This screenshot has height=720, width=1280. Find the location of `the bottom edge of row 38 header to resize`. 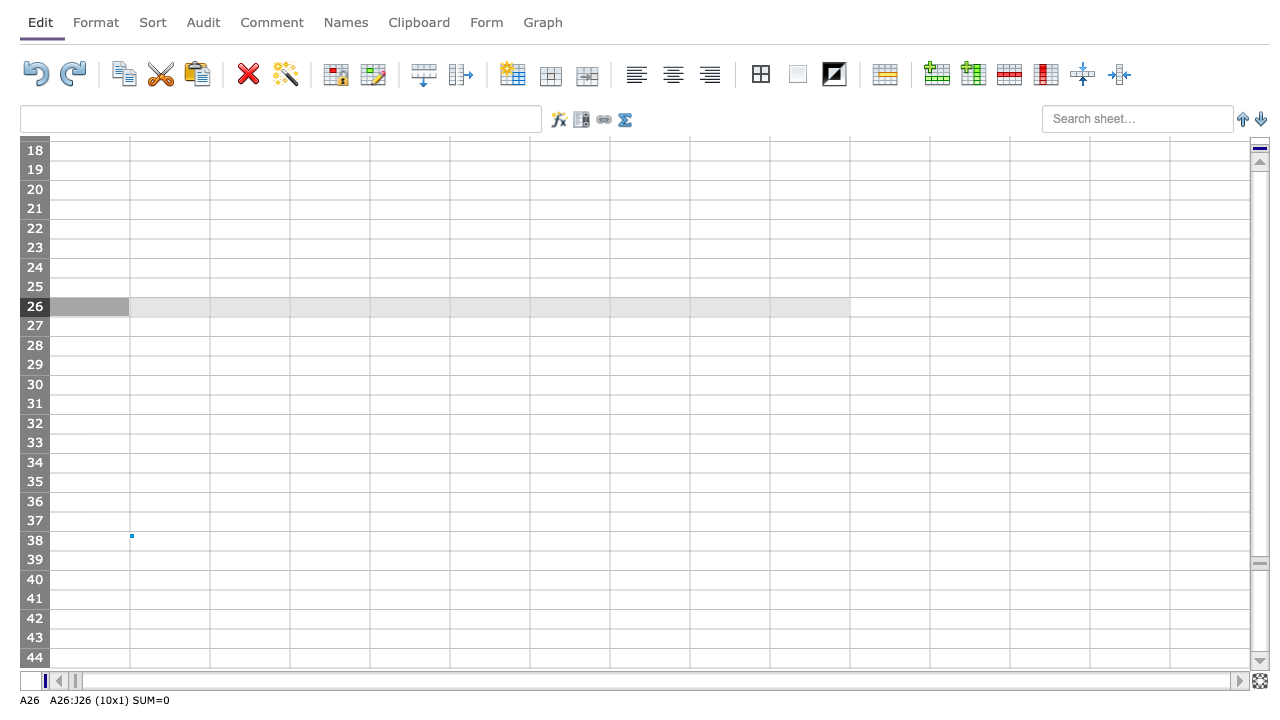

the bottom edge of row 38 header to resize is located at coordinates (34, 551).